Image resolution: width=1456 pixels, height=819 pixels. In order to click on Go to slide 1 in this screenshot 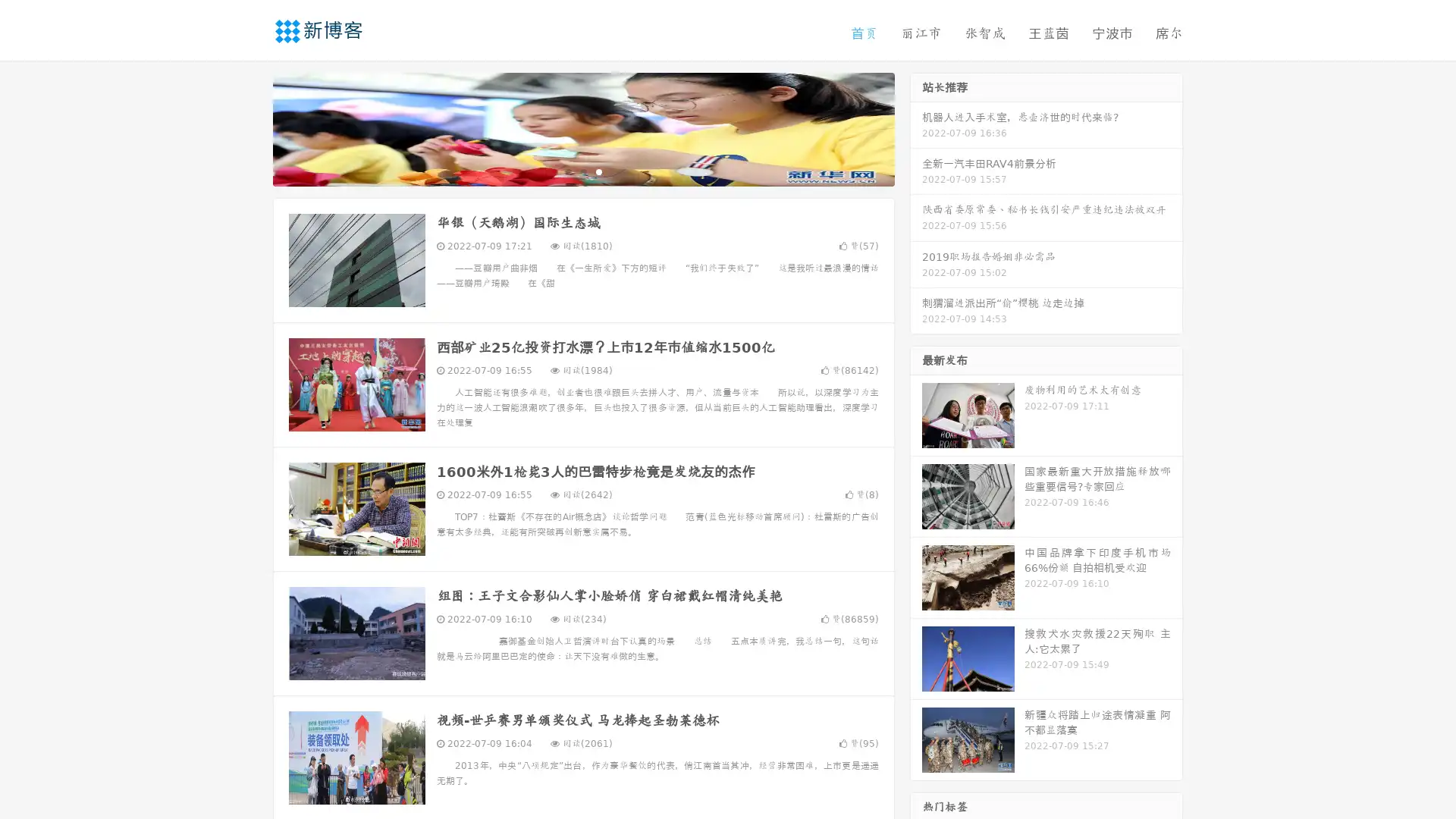, I will do `click(567, 171)`.